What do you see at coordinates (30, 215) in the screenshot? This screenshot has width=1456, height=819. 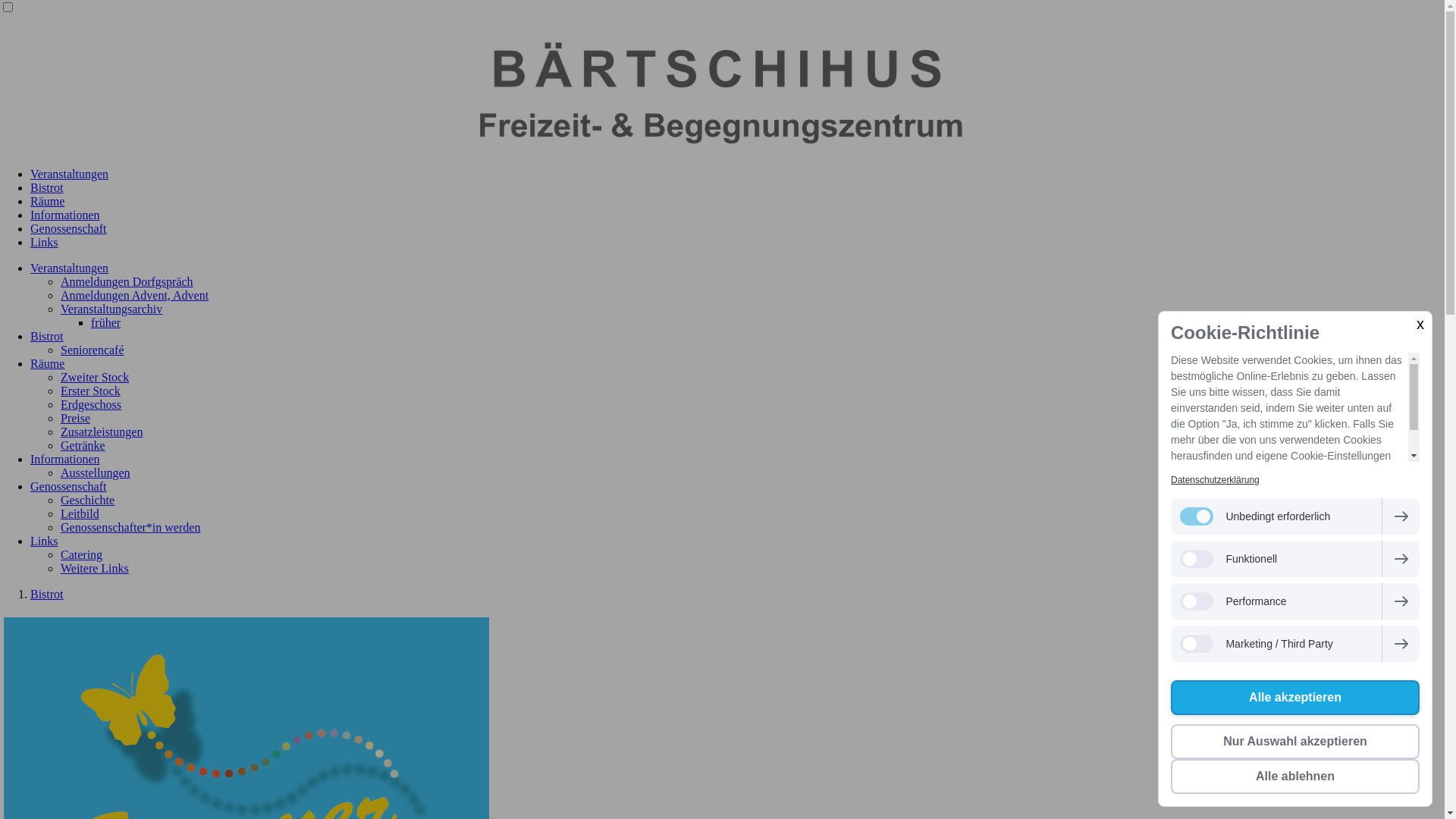 I see `'Informationen'` at bounding box center [30, 215].